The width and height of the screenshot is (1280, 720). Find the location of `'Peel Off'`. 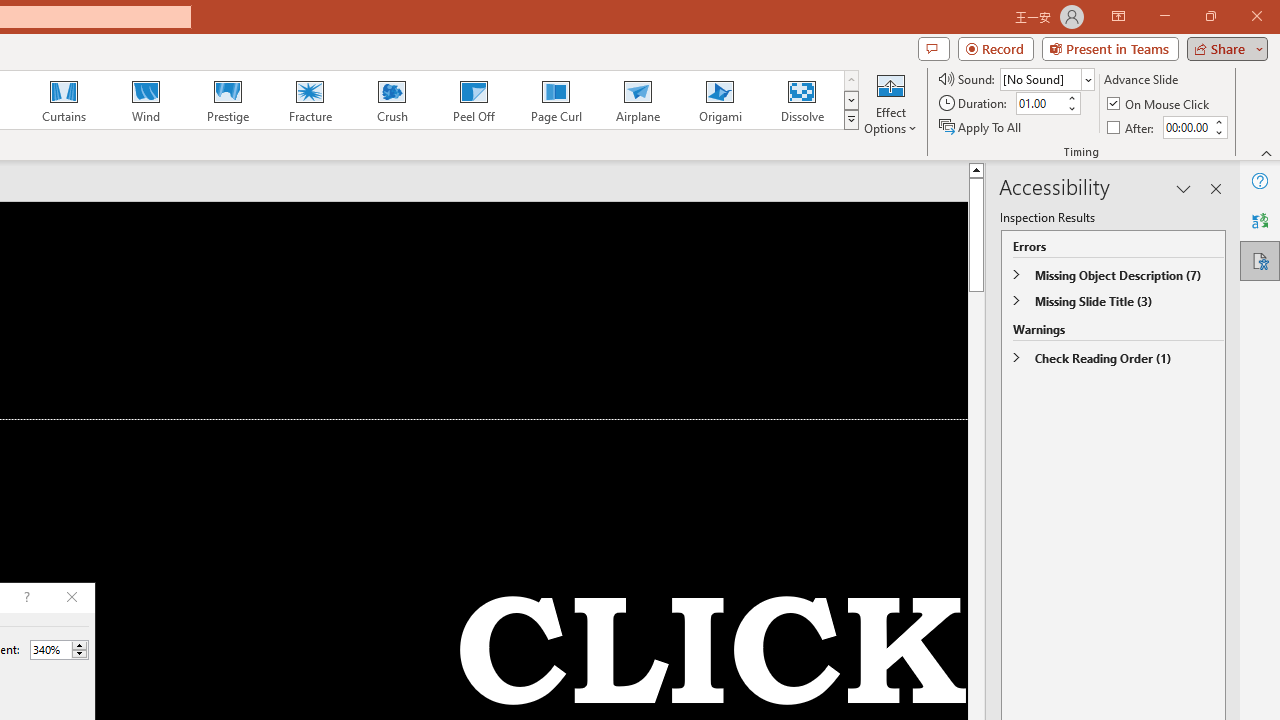

'Peel Off' is located at coordinates (472, 100).